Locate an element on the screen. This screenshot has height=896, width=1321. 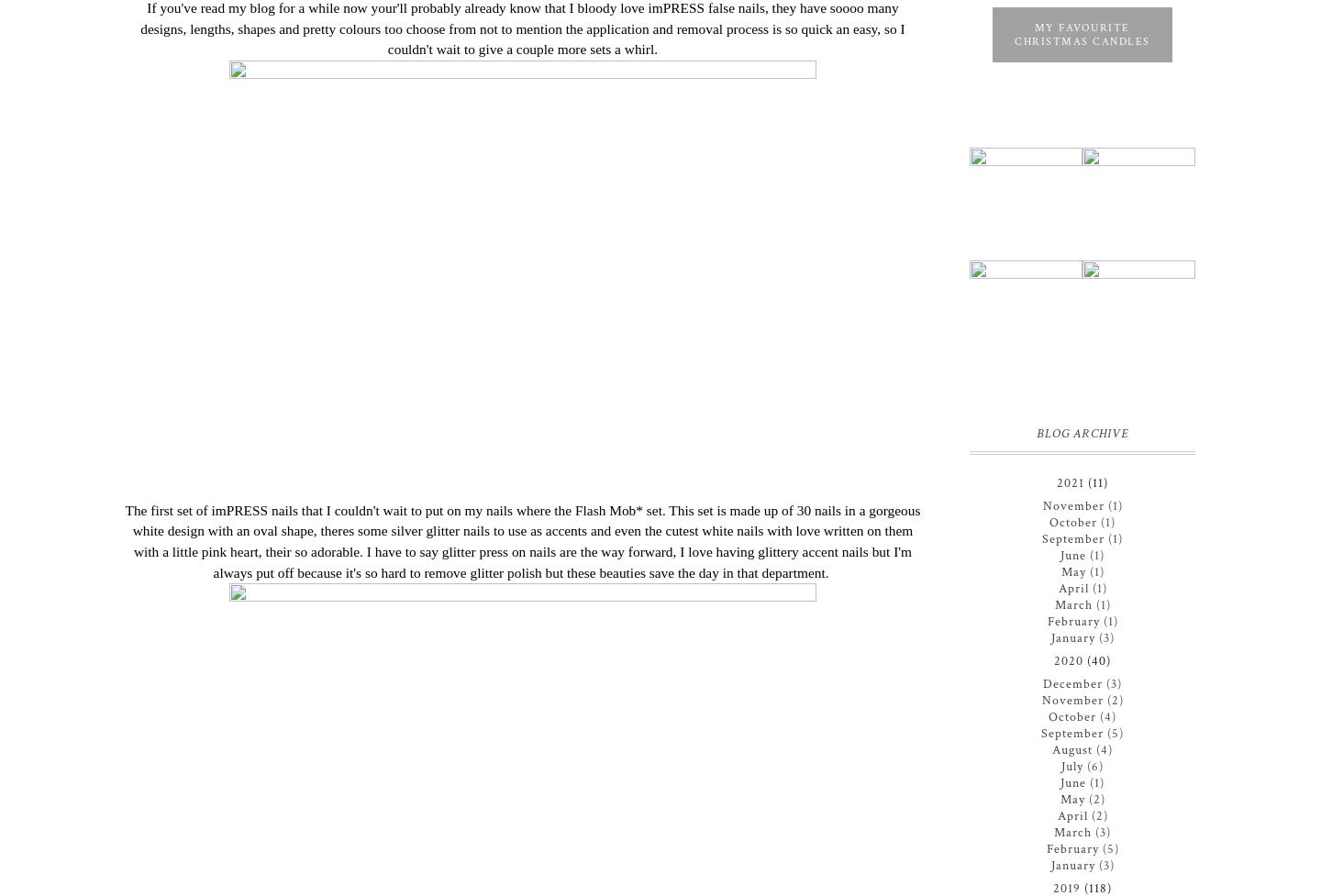
'(11)' is located at coordinates (1098, 481).